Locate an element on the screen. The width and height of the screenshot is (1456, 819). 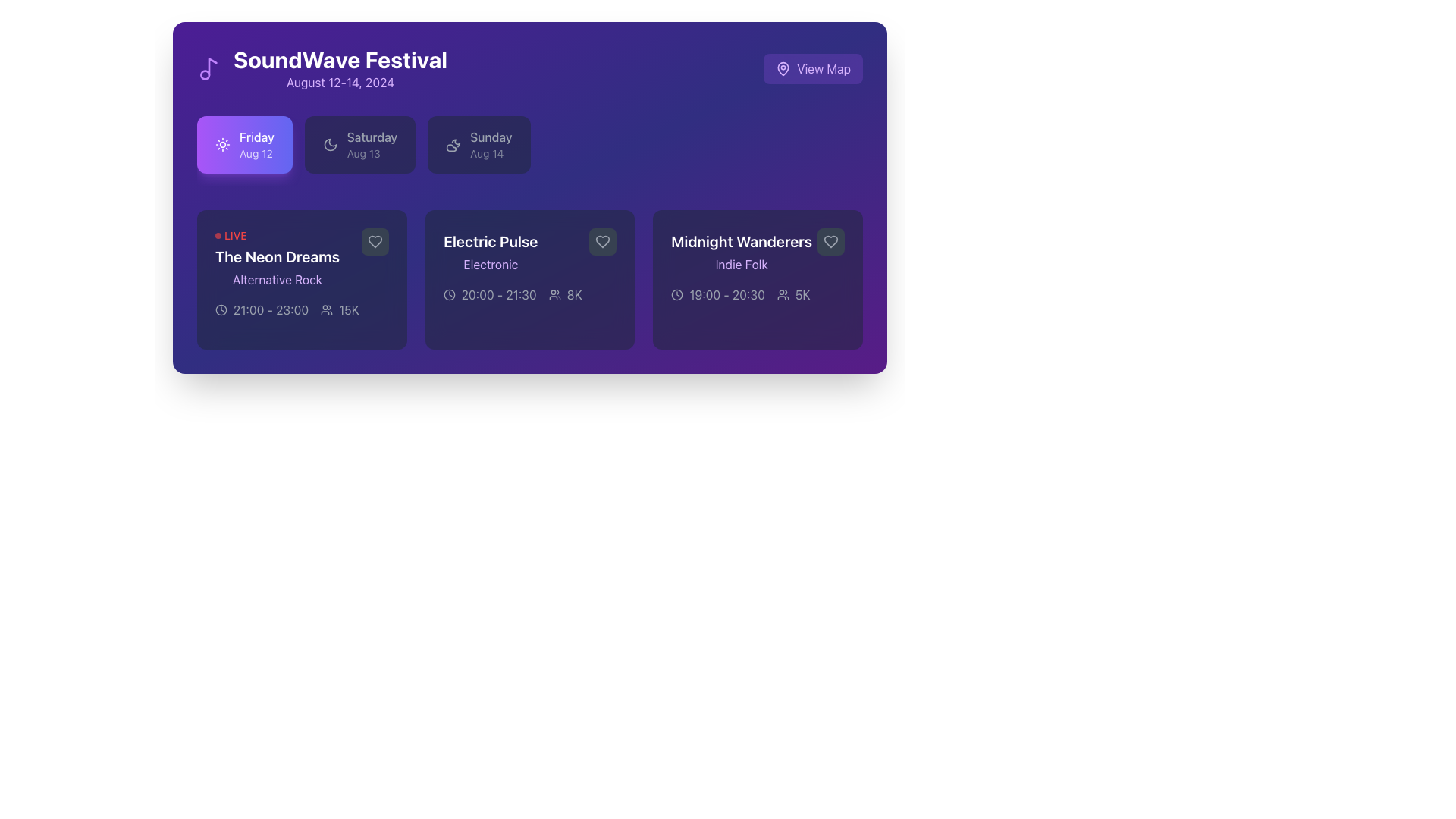
the circular SVG graphic element inside the clock icon, which is located next to the 'Sunday, Aug 14' button is located at coordinates (221, 309).